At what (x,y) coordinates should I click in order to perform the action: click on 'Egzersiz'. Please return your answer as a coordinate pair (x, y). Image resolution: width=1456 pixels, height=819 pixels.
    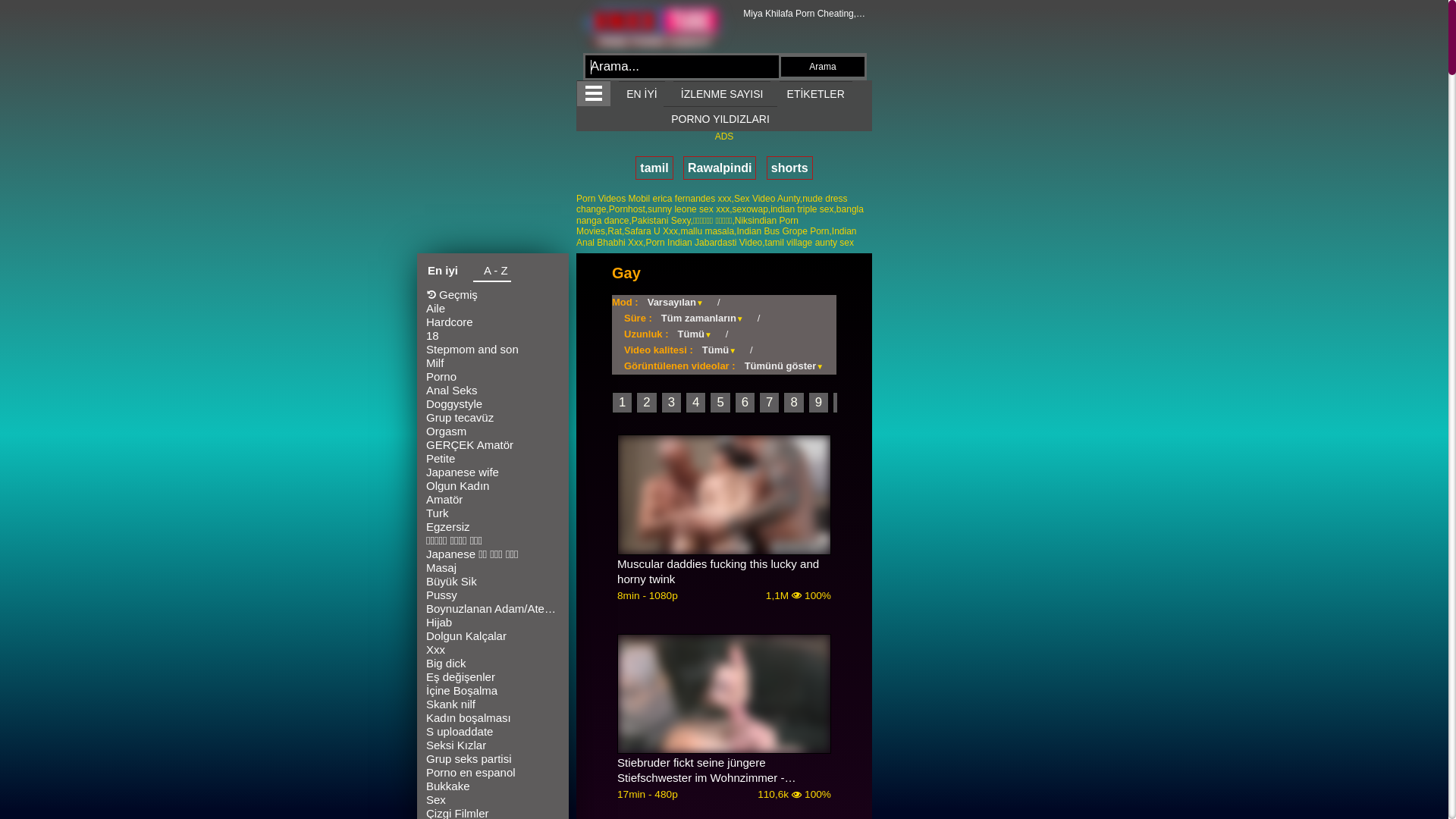
    Looking at the image, I should click on (492, 526).